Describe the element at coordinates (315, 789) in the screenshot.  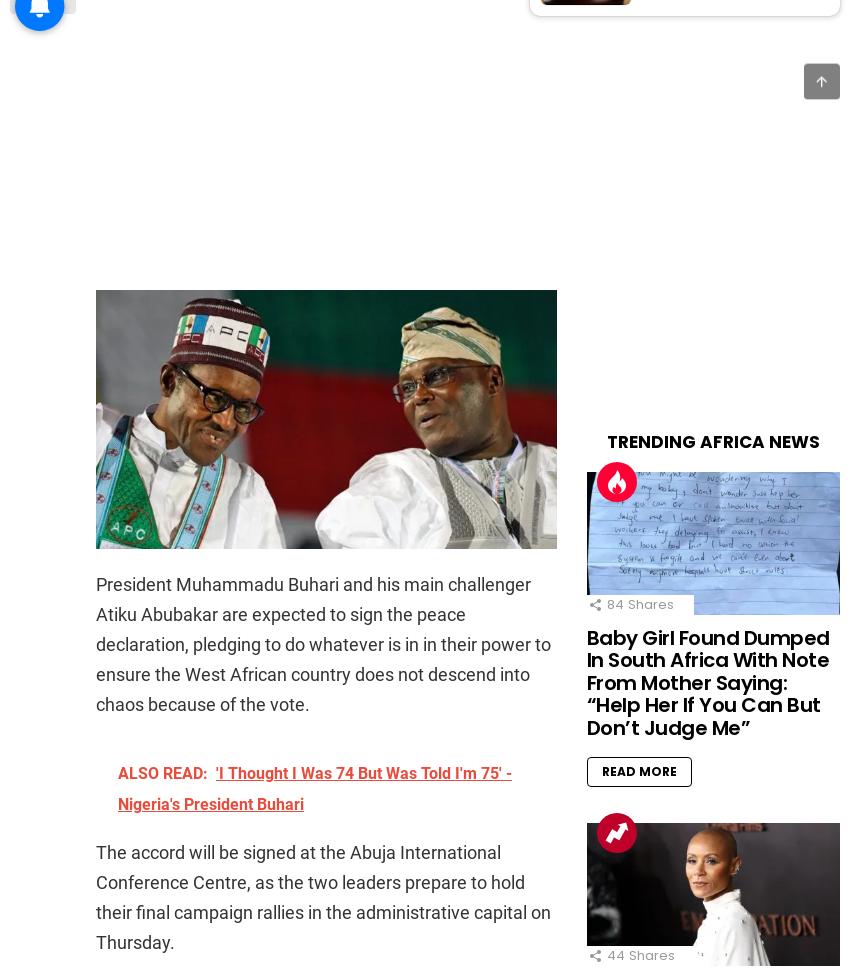
I see `''I Thought I Was 74 But Was Told I'm 75' - Nigeria's President Buhari'` at that location.